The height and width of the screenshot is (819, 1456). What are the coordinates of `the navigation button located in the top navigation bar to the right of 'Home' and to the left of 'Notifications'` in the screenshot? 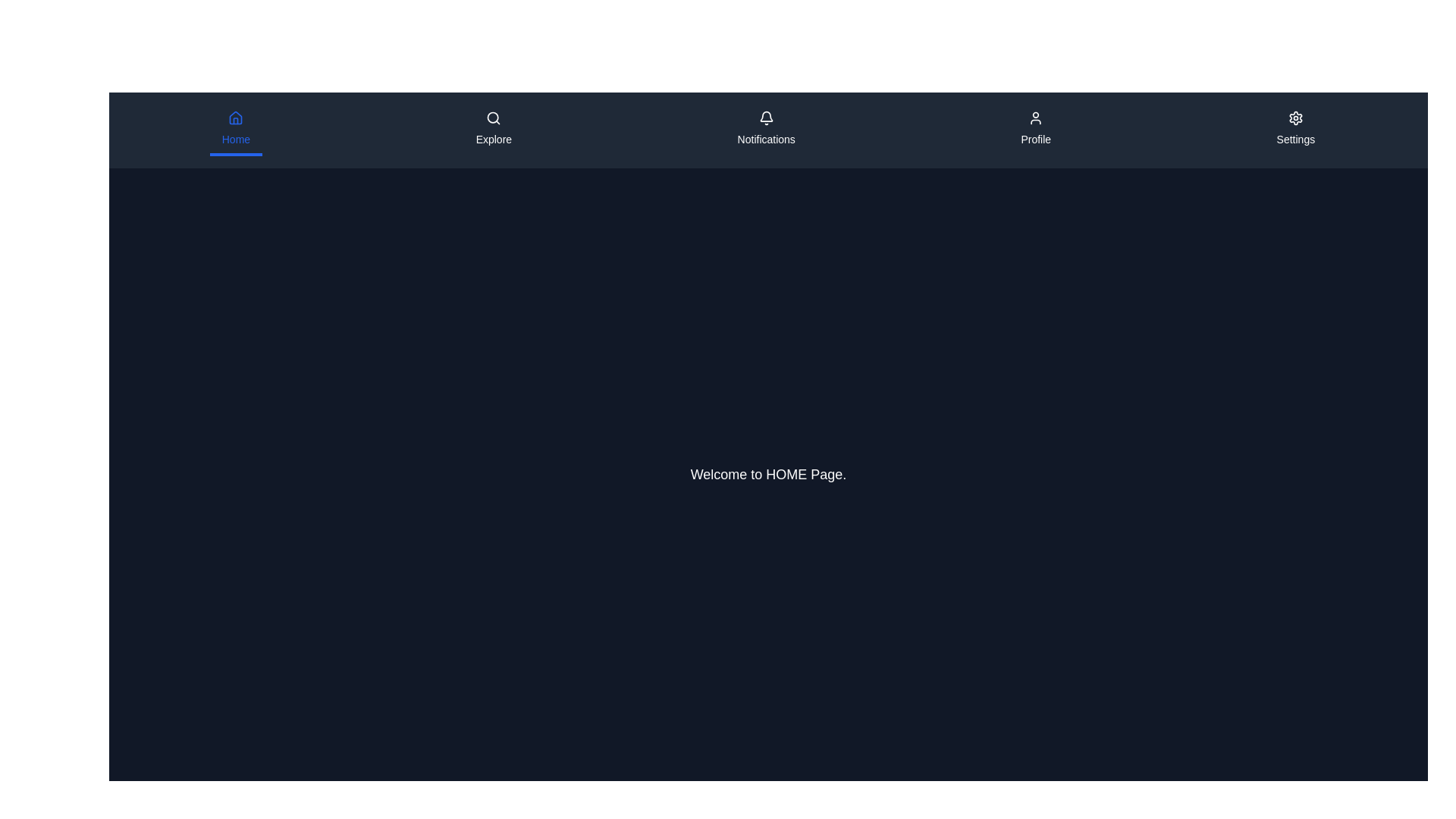 It's located at (494, 130).